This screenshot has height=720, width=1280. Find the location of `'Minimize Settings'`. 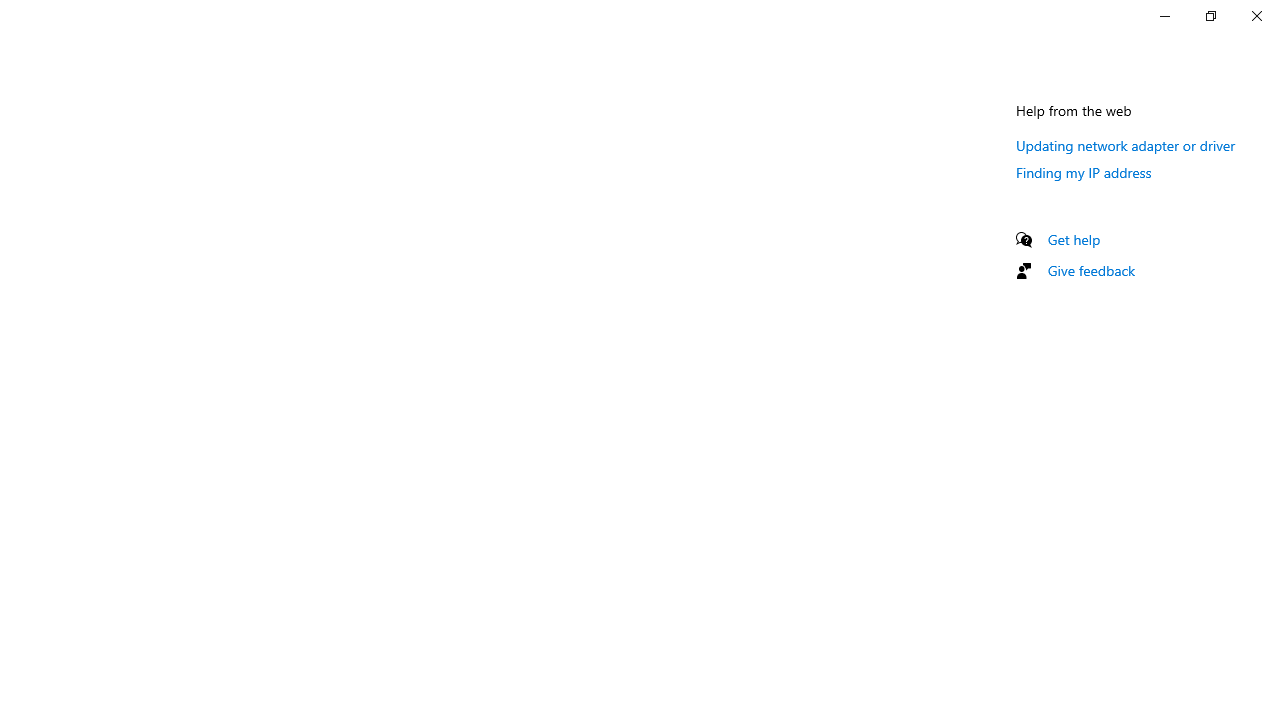

'Minimize Settings' is located at coordinates (1164, 15).